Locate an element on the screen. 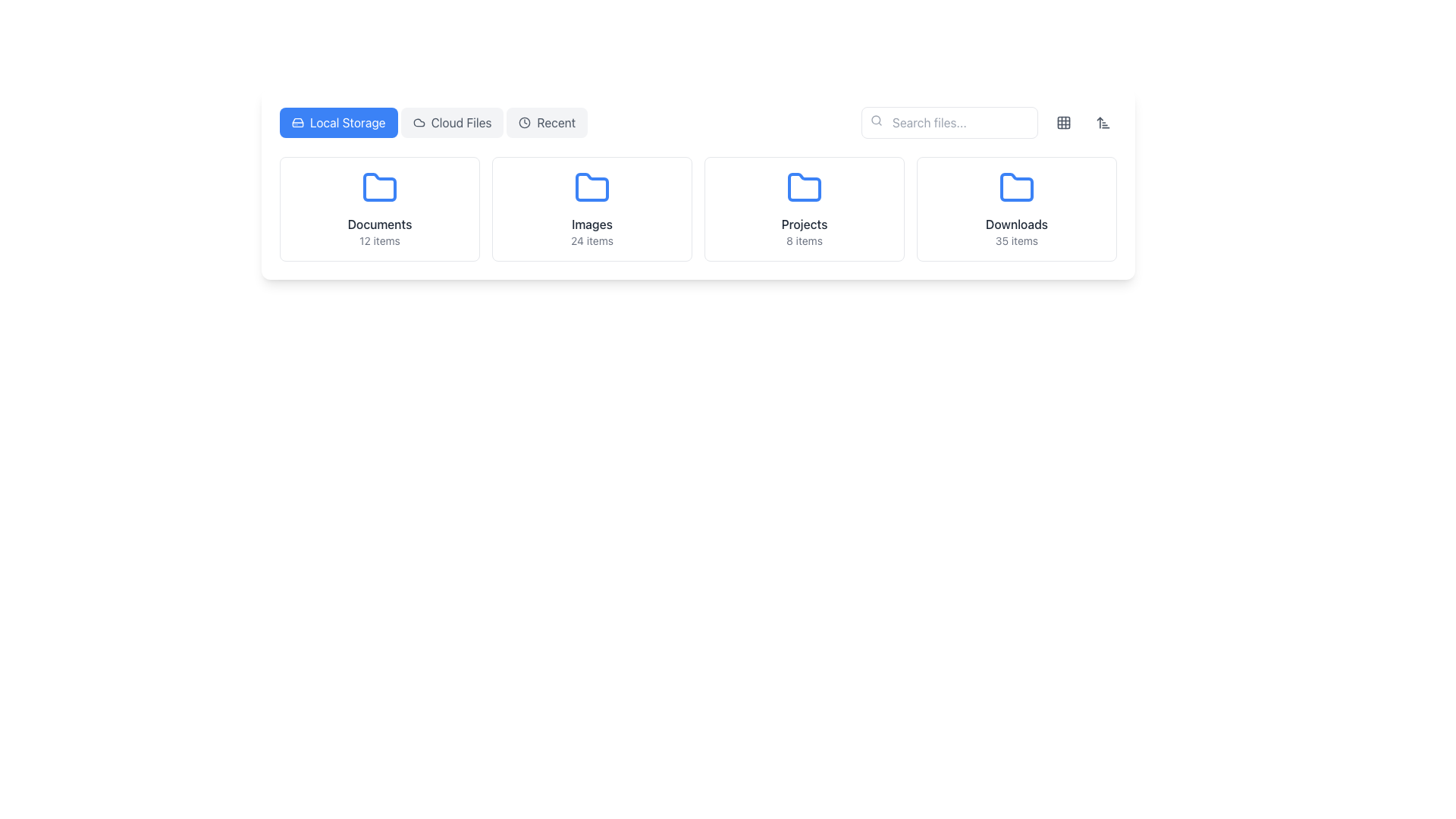 The height and width of the screenshot is (819, 1456). the third button in a row of tab-like buttons, which is located near the top center of the interface is located at coordinates (546, 122).